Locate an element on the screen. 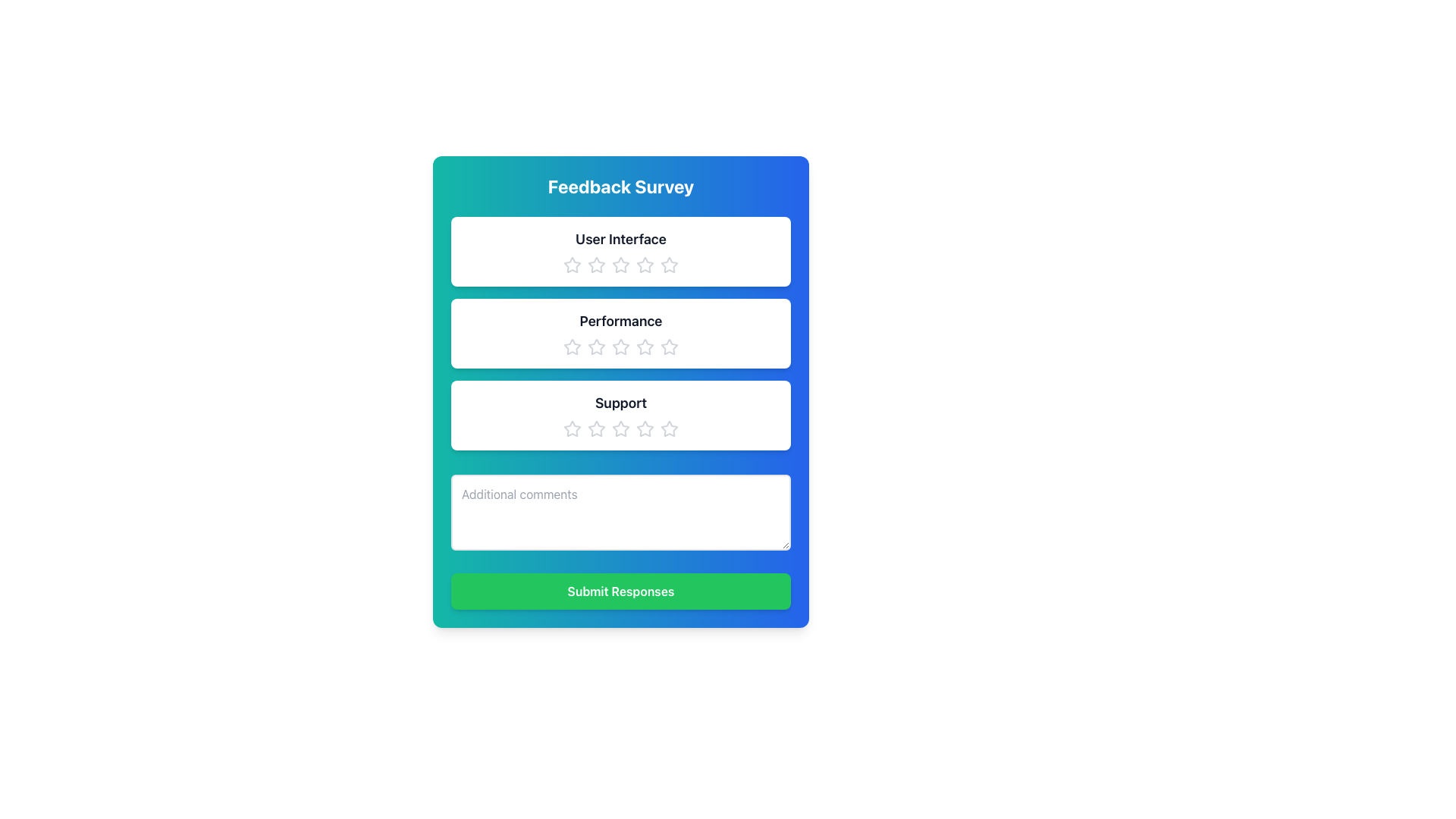  the fourth rating star in the 'Performance' section is located at coordinates (645, 347).